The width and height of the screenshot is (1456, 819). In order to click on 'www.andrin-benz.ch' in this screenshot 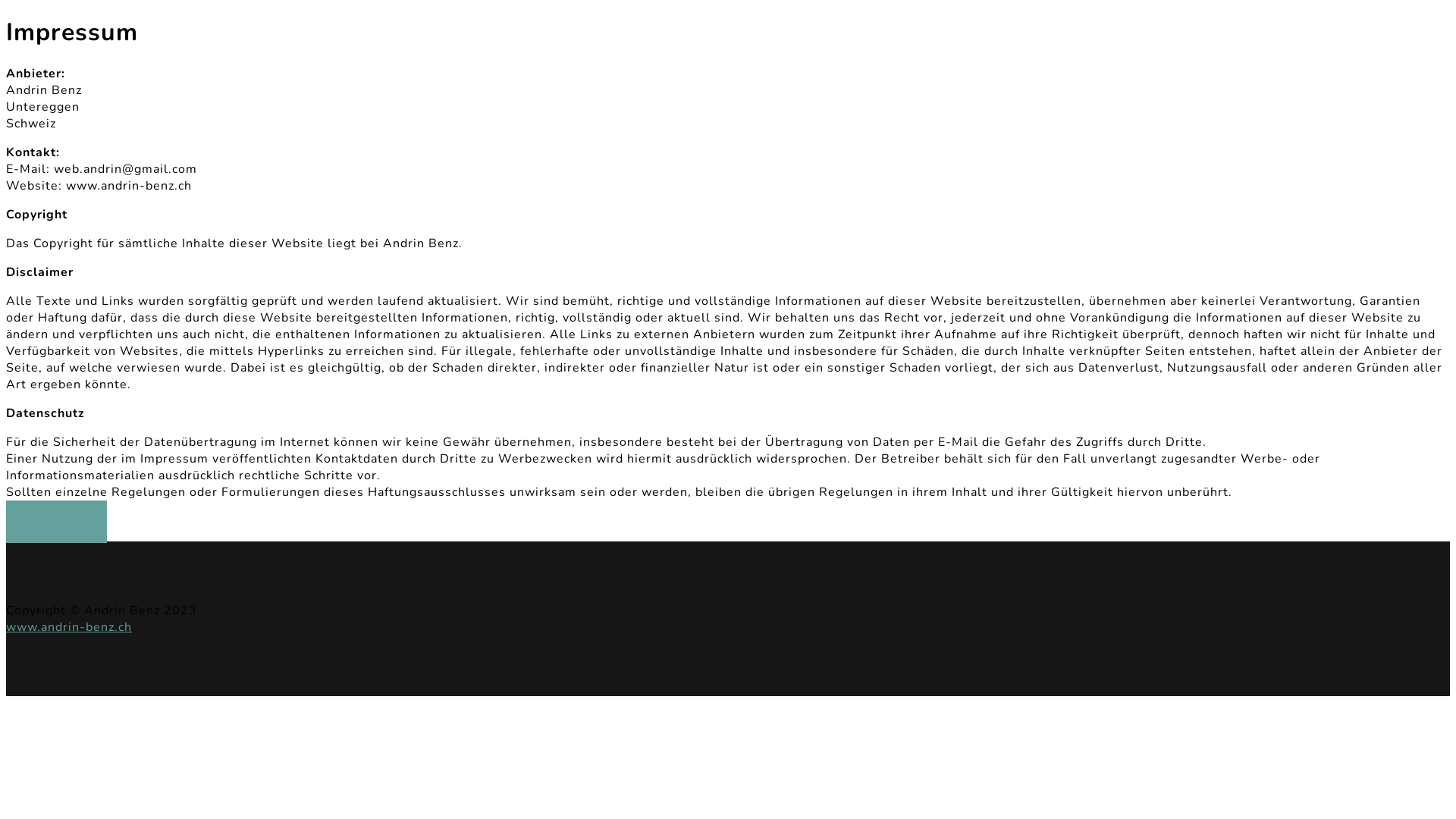, I will do `click(68, 626)`.